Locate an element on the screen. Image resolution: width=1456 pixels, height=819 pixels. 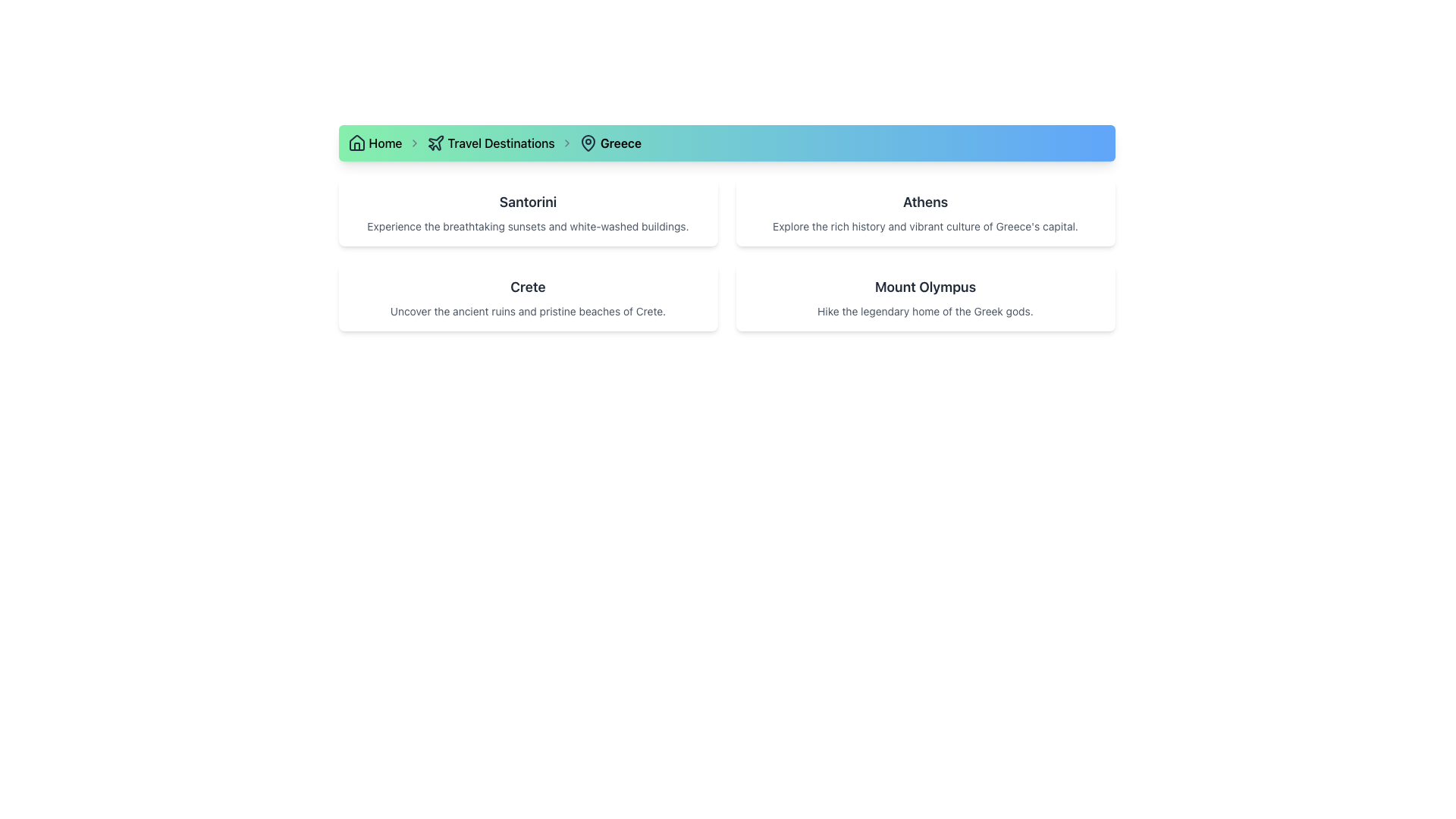
the text element displaying 'Santorini', which is styled in a bold, larger font size and dark gray color, located on the left side of a set of cards is located at coordinates (528, 201).